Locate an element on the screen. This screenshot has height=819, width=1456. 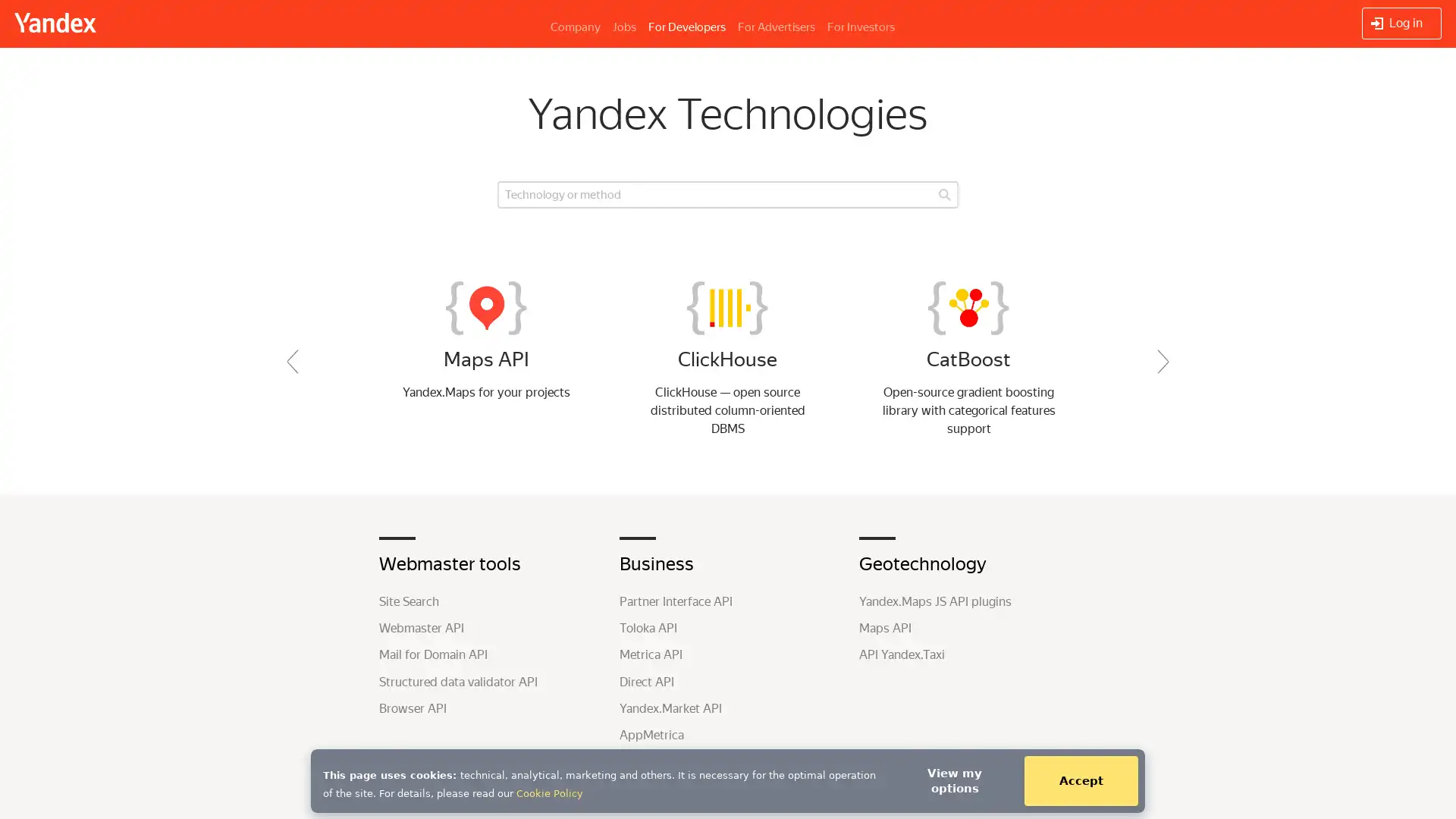
Previous slide is located at coordinates (292, 362).